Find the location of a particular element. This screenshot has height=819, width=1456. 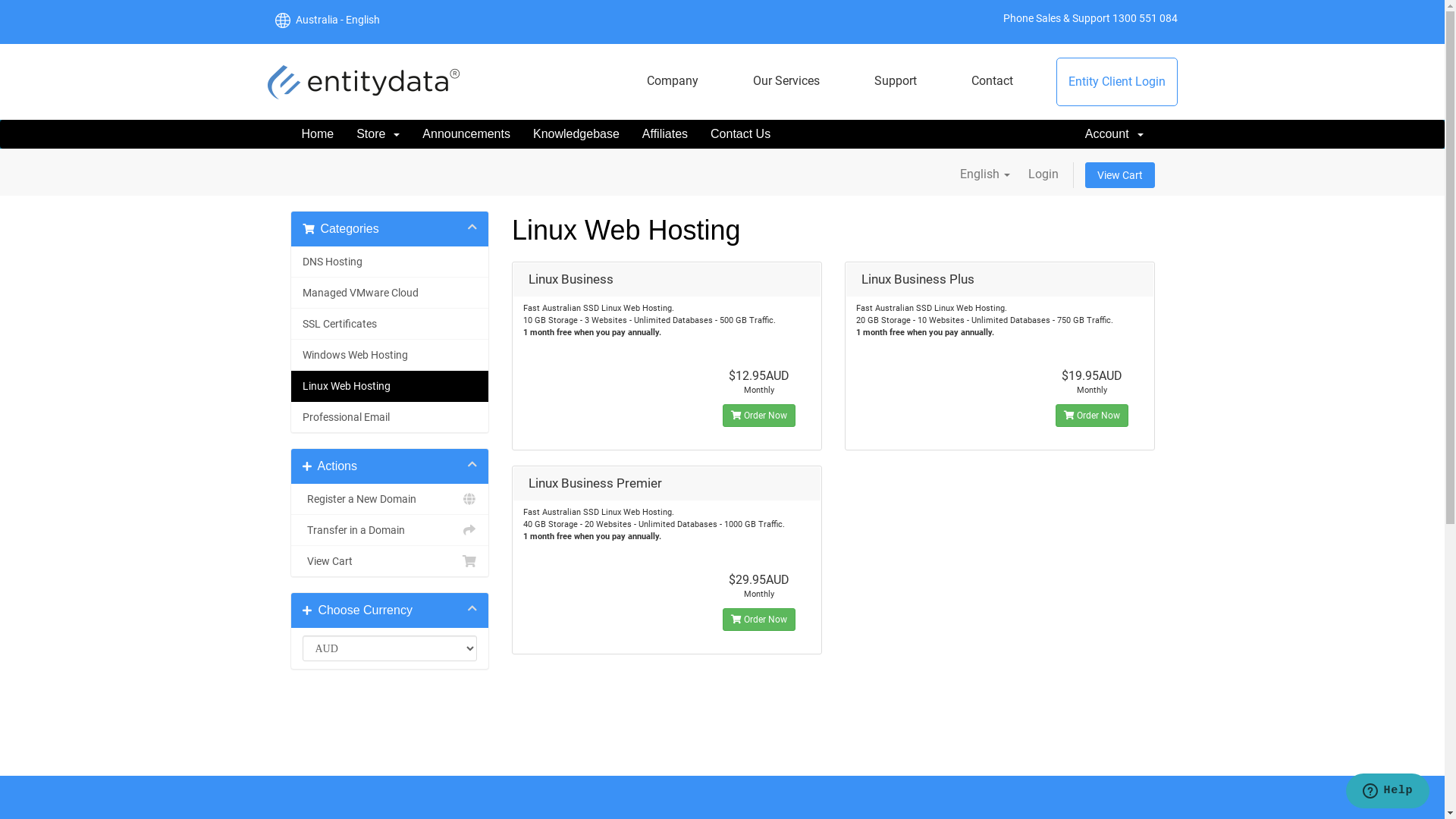

'Home' is located at coordinates (316, 133).